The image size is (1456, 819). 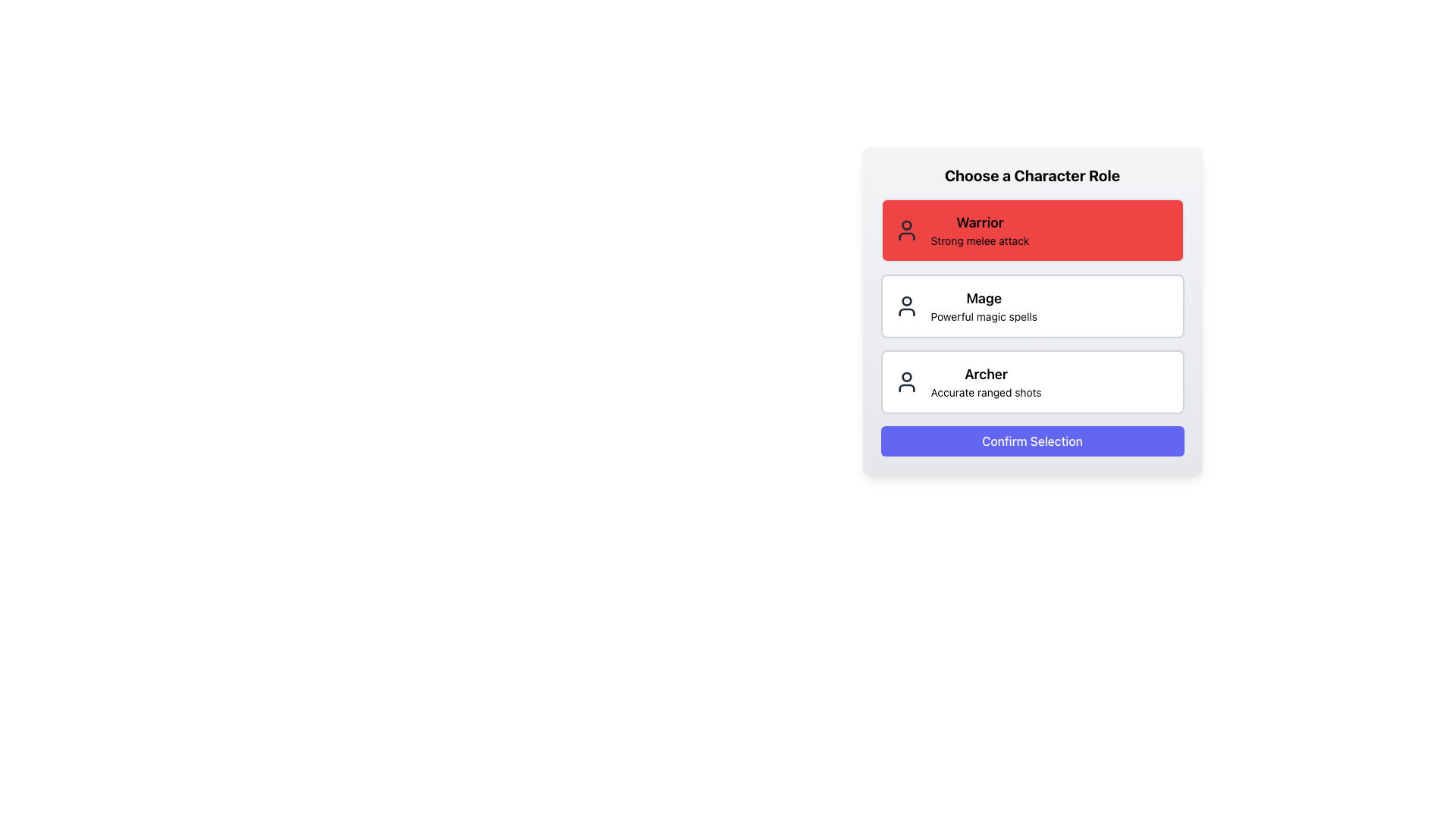 What do you see at coordinates (906, 231) in the screenshot?
I see `the red rectangular background of the person icon` at bounding box center [906, 231].